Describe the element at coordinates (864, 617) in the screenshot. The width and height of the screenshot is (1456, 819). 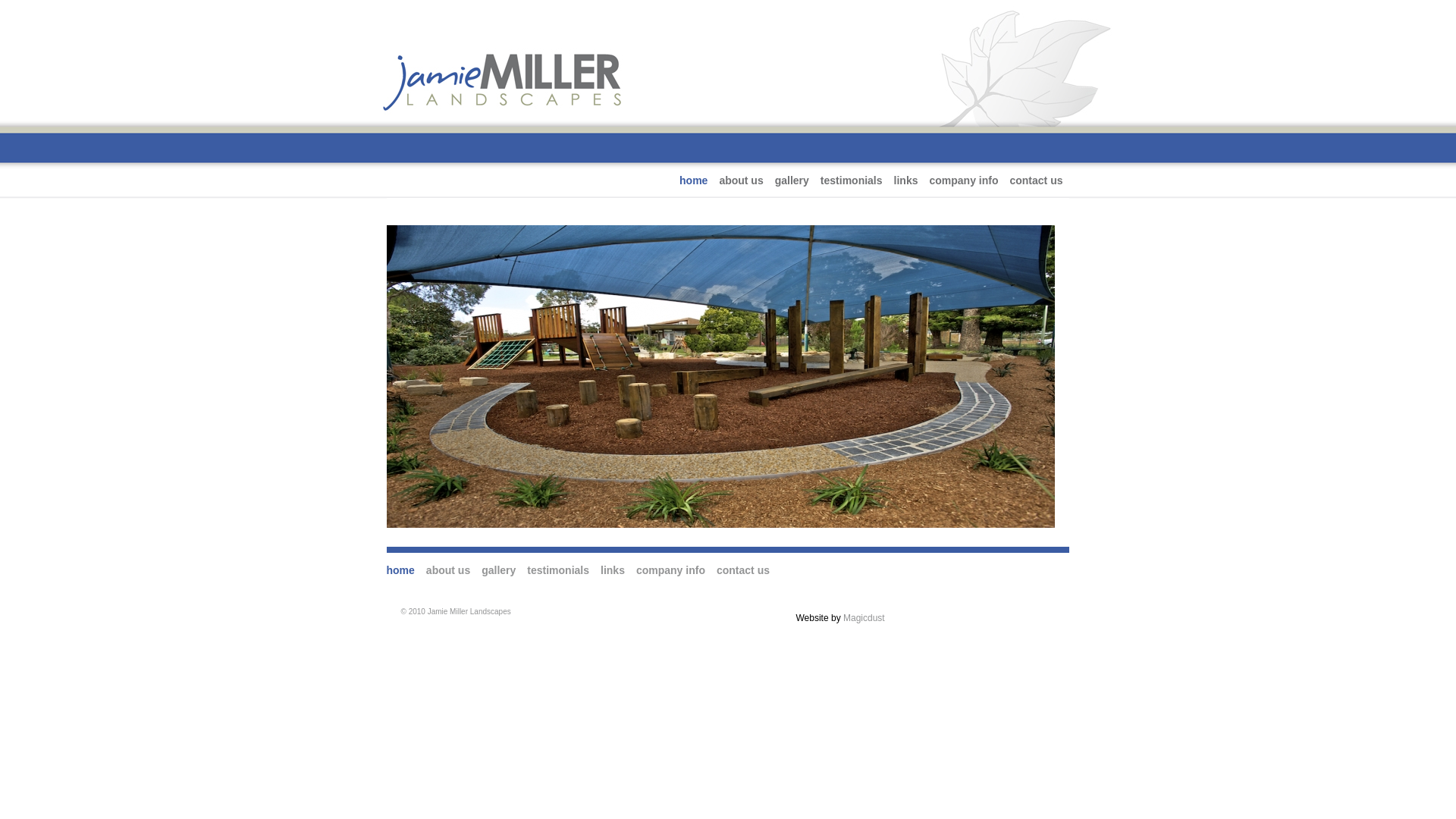
I see `'Magicdust'` at that location.